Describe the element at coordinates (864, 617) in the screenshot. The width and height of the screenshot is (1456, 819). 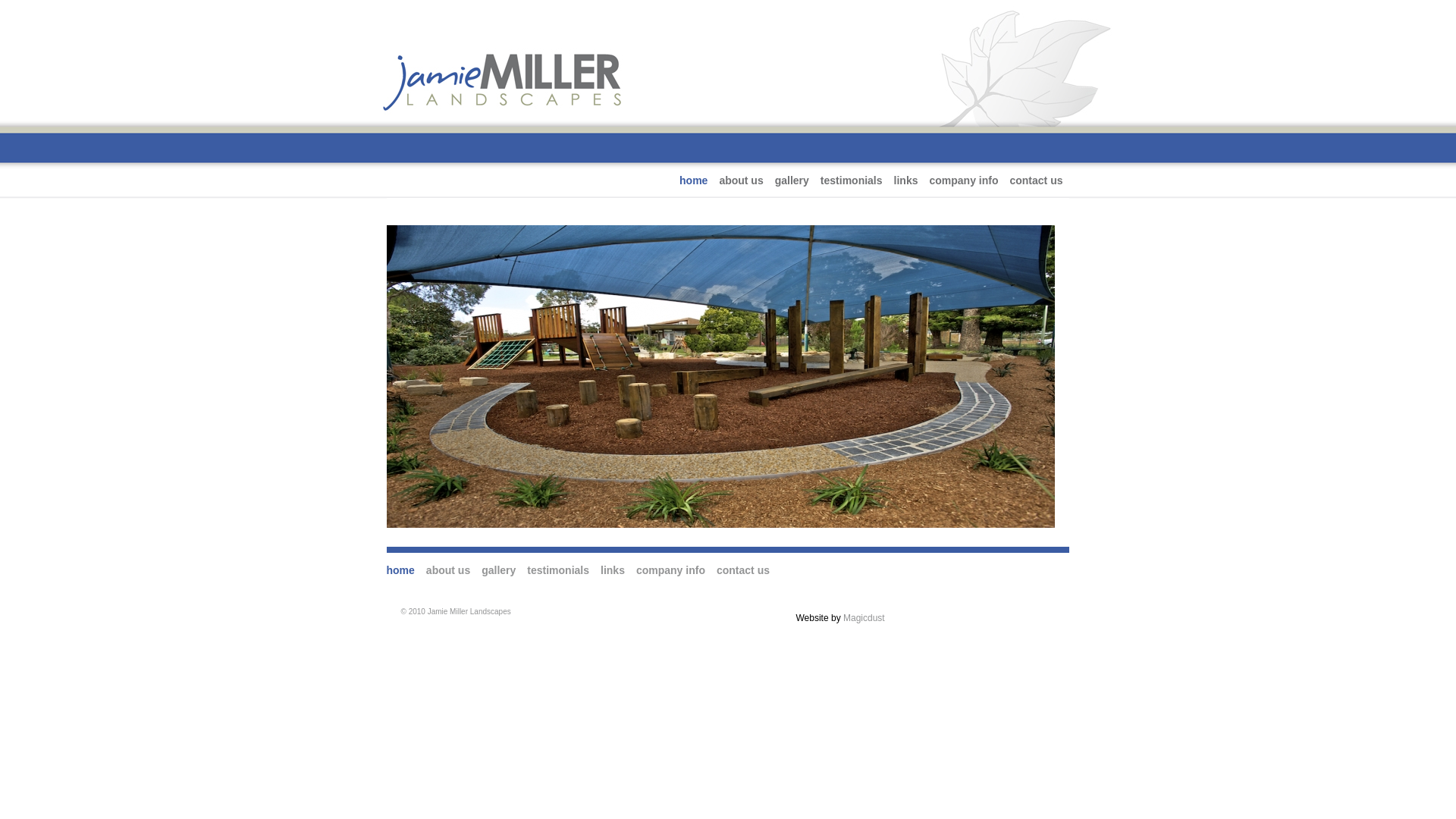
I see `'Magicdust'` at that location.